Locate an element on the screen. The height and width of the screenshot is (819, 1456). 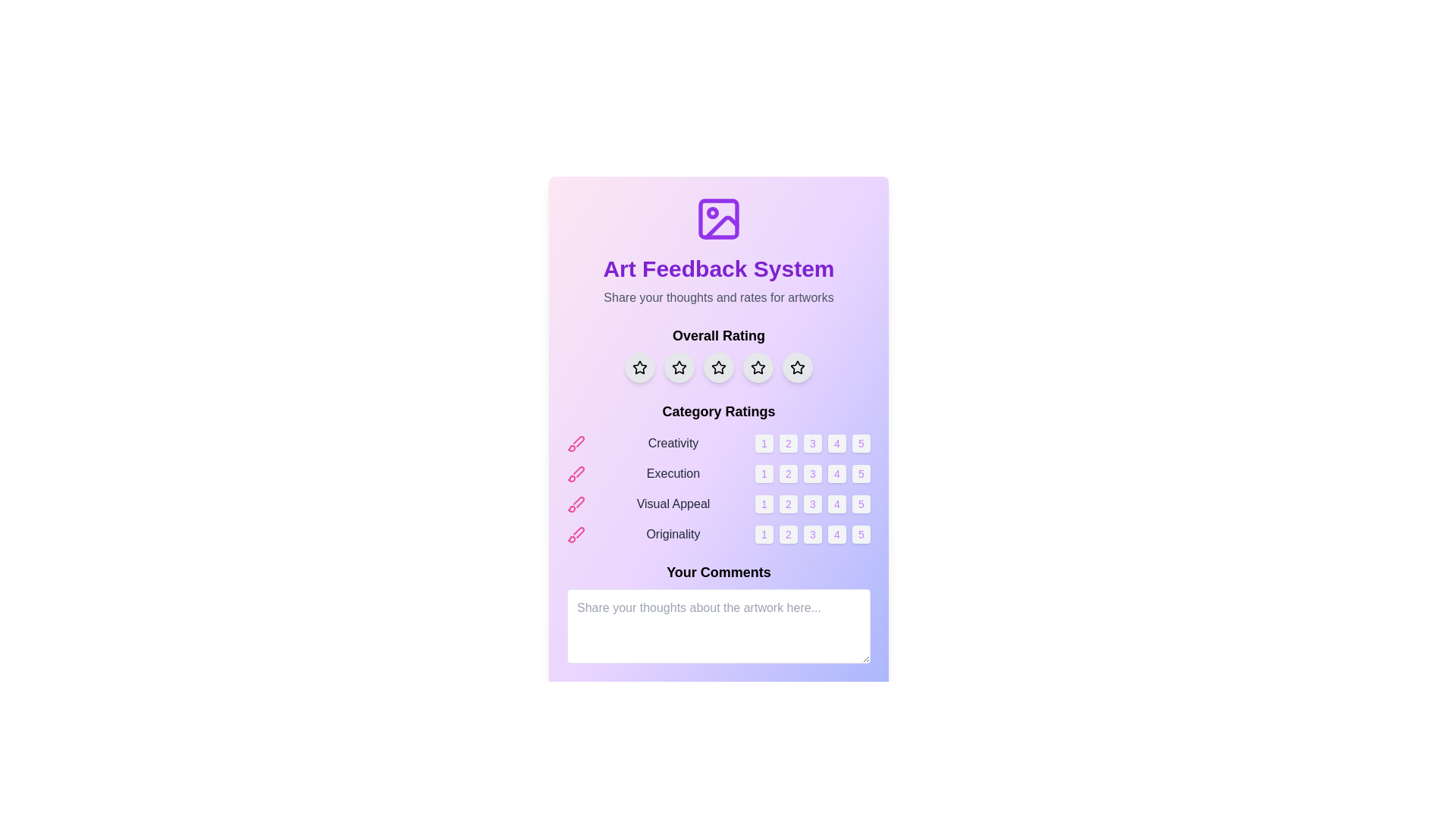
category descriptions from the 'Category Ratings' section, which includes 'Creativity', 'Execution', 'Visual Appeal', and 'Originality' is located at coordinates (718, 472).